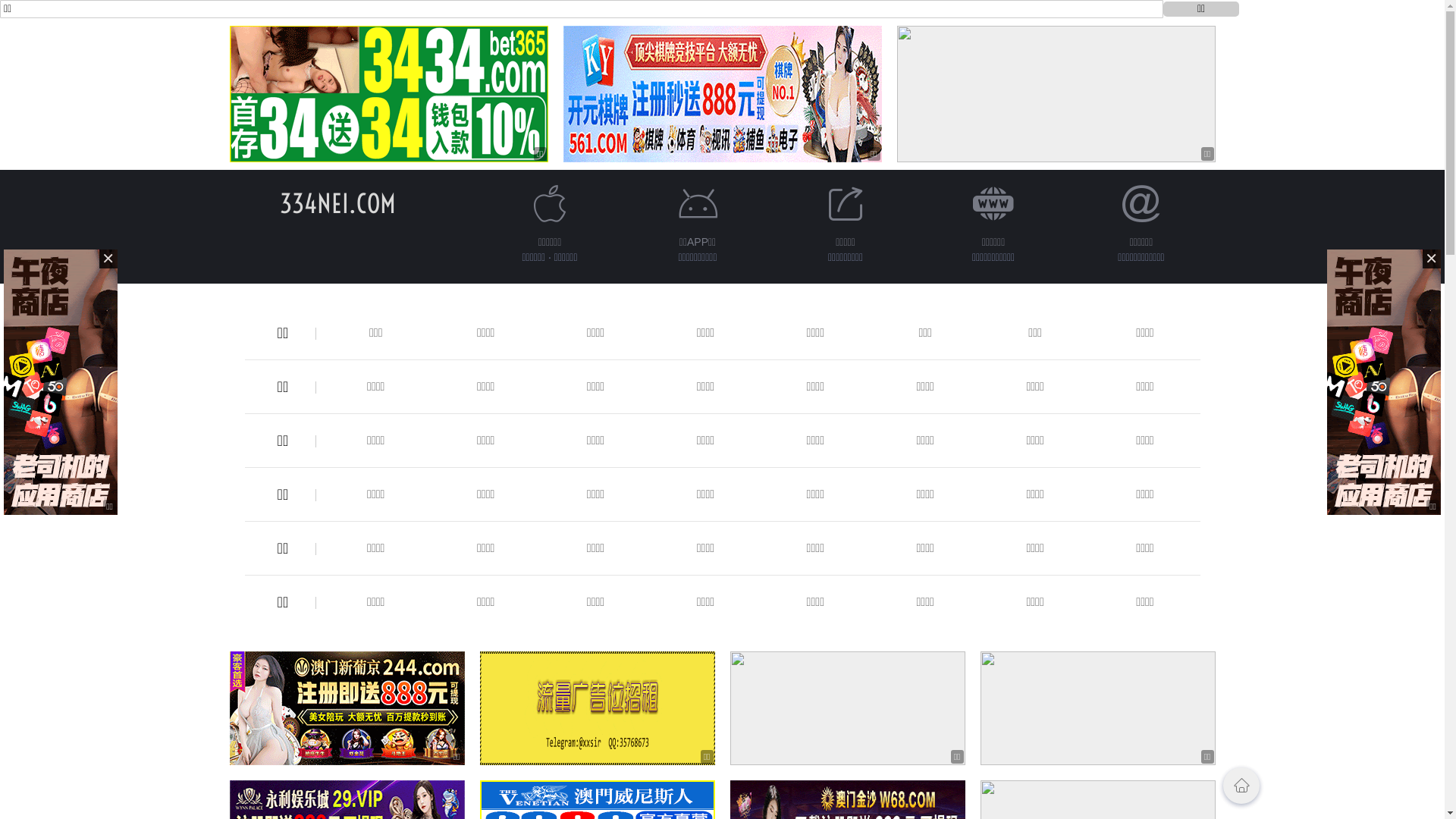 The height and width of the screenshot is (819, 1456). Describe the element at coordinates (280, 202) in the screenshot. I see `'334NEI.COM'` at that location.